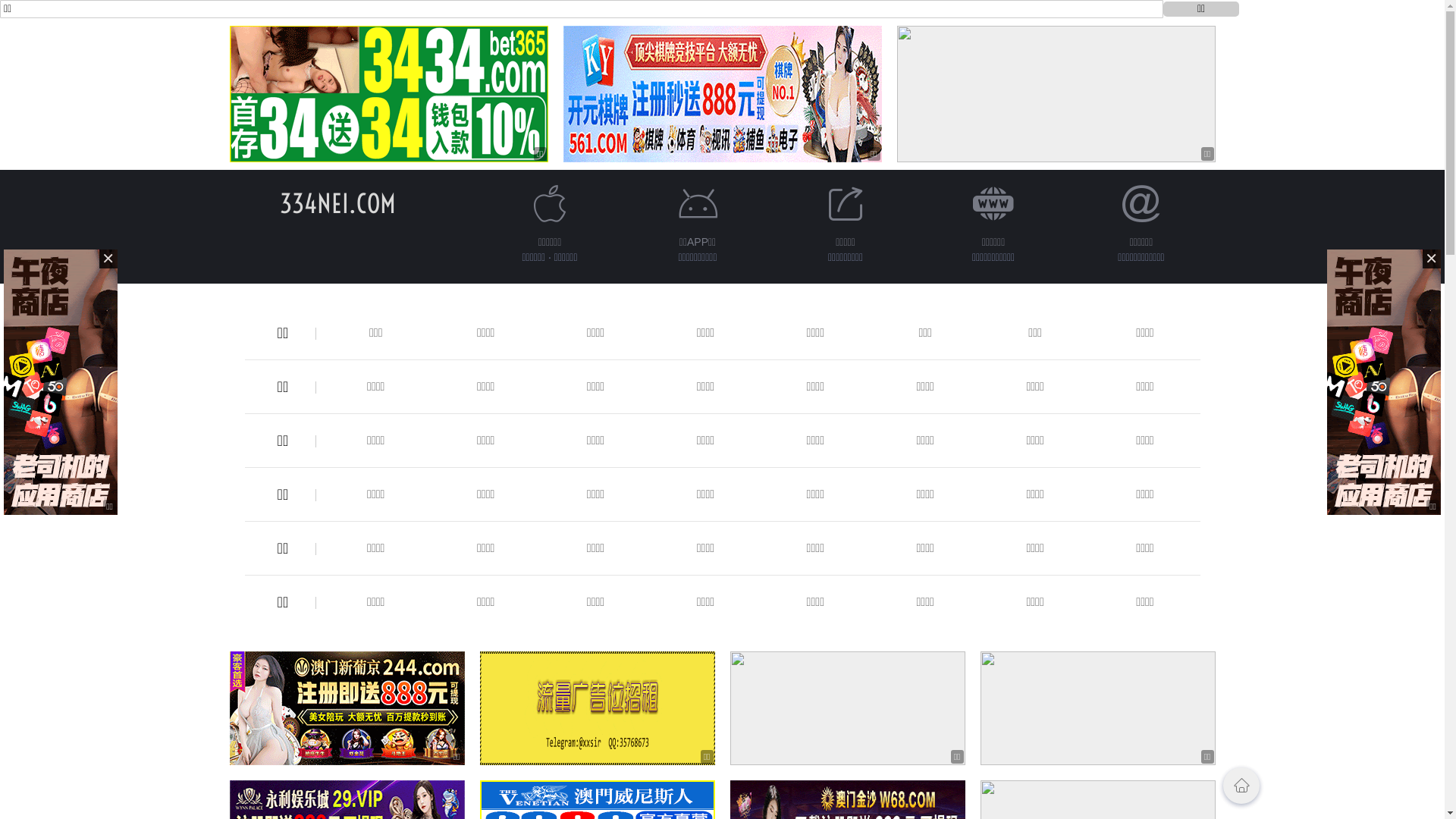 The height and width of the screenshot is (819, 1456). Describe the element at coordinates (280, 202) in the screenshot. I see `'334NEI.COM'` at that location.